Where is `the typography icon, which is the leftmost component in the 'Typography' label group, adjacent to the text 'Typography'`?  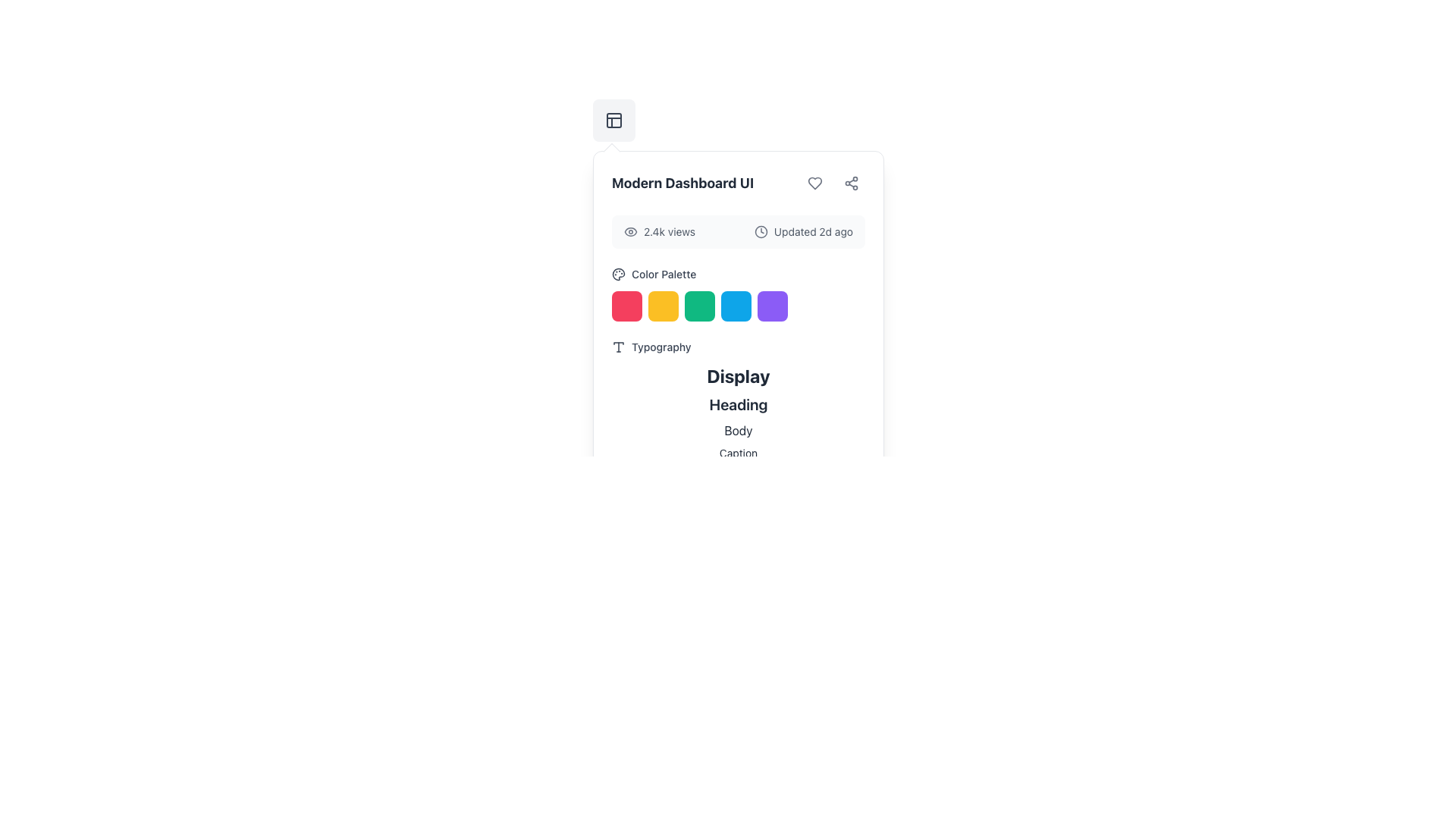
the typography icon, which is the leftmost component in the 'Typography' label group, adjacent to the text 'Typography' is located at coordinates (619, 347).